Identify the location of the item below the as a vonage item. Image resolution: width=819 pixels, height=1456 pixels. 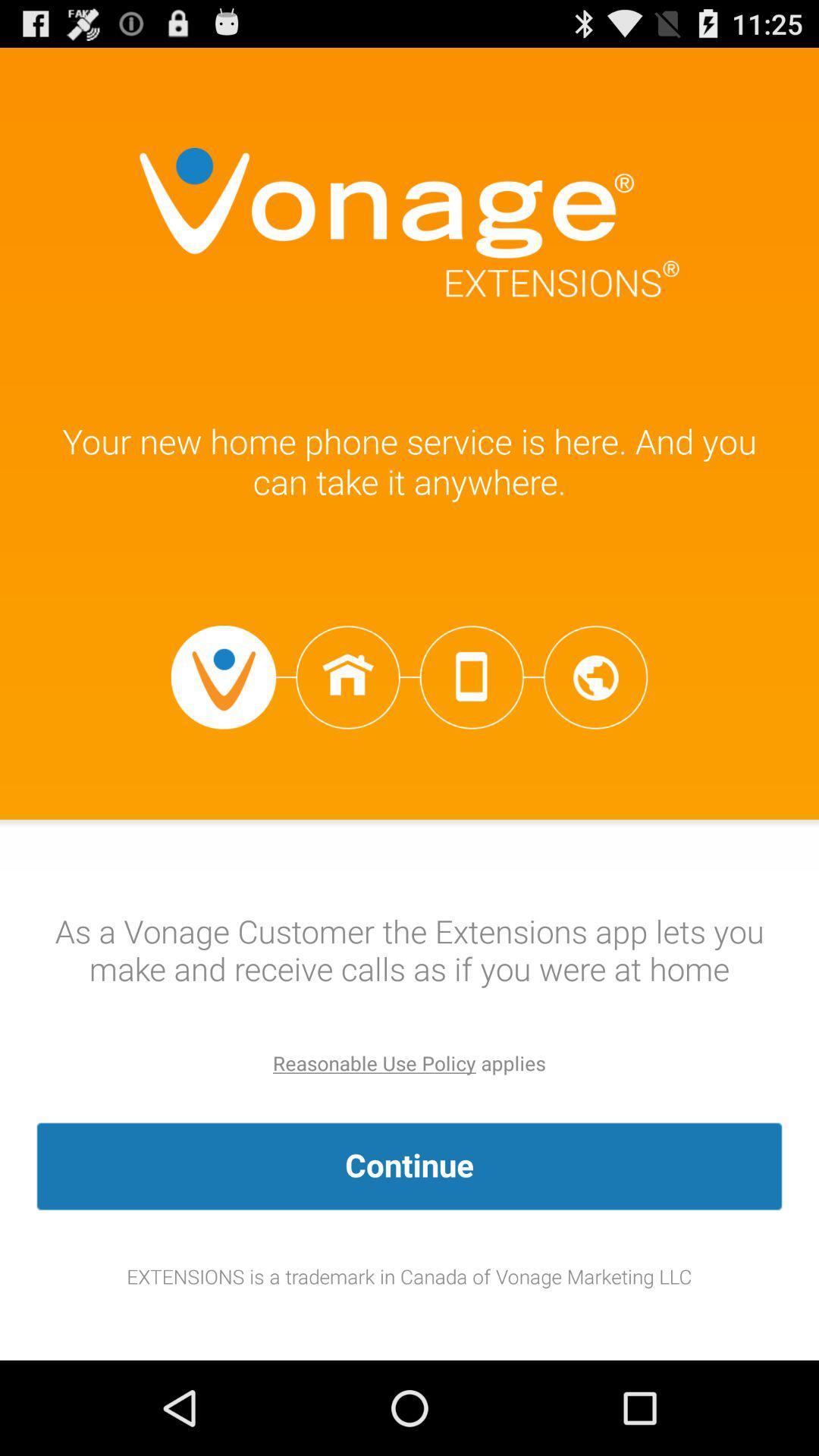
(374, 1062).